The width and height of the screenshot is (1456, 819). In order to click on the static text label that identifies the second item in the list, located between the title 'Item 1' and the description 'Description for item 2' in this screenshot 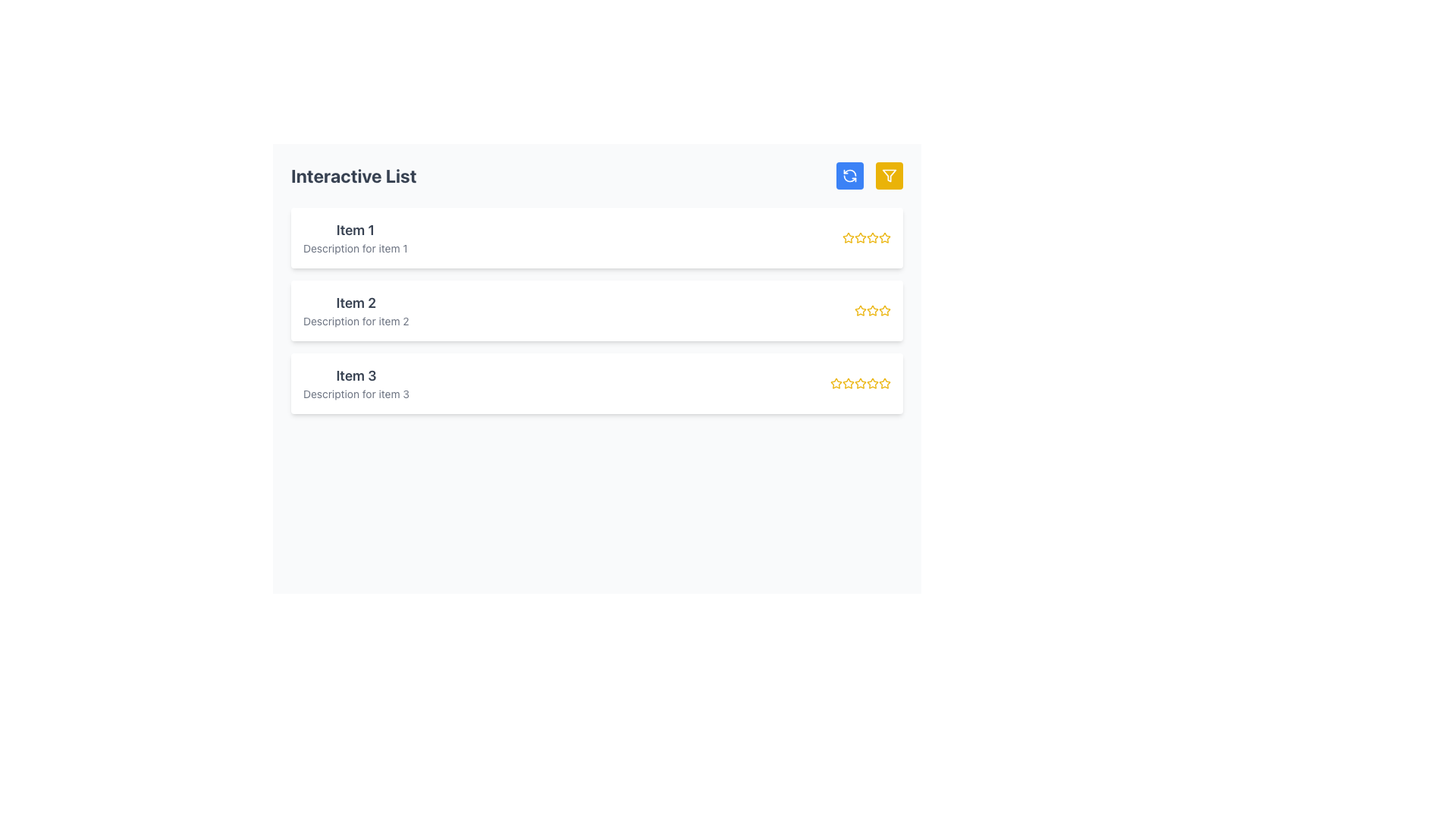, I will do `click(355, 303)`.